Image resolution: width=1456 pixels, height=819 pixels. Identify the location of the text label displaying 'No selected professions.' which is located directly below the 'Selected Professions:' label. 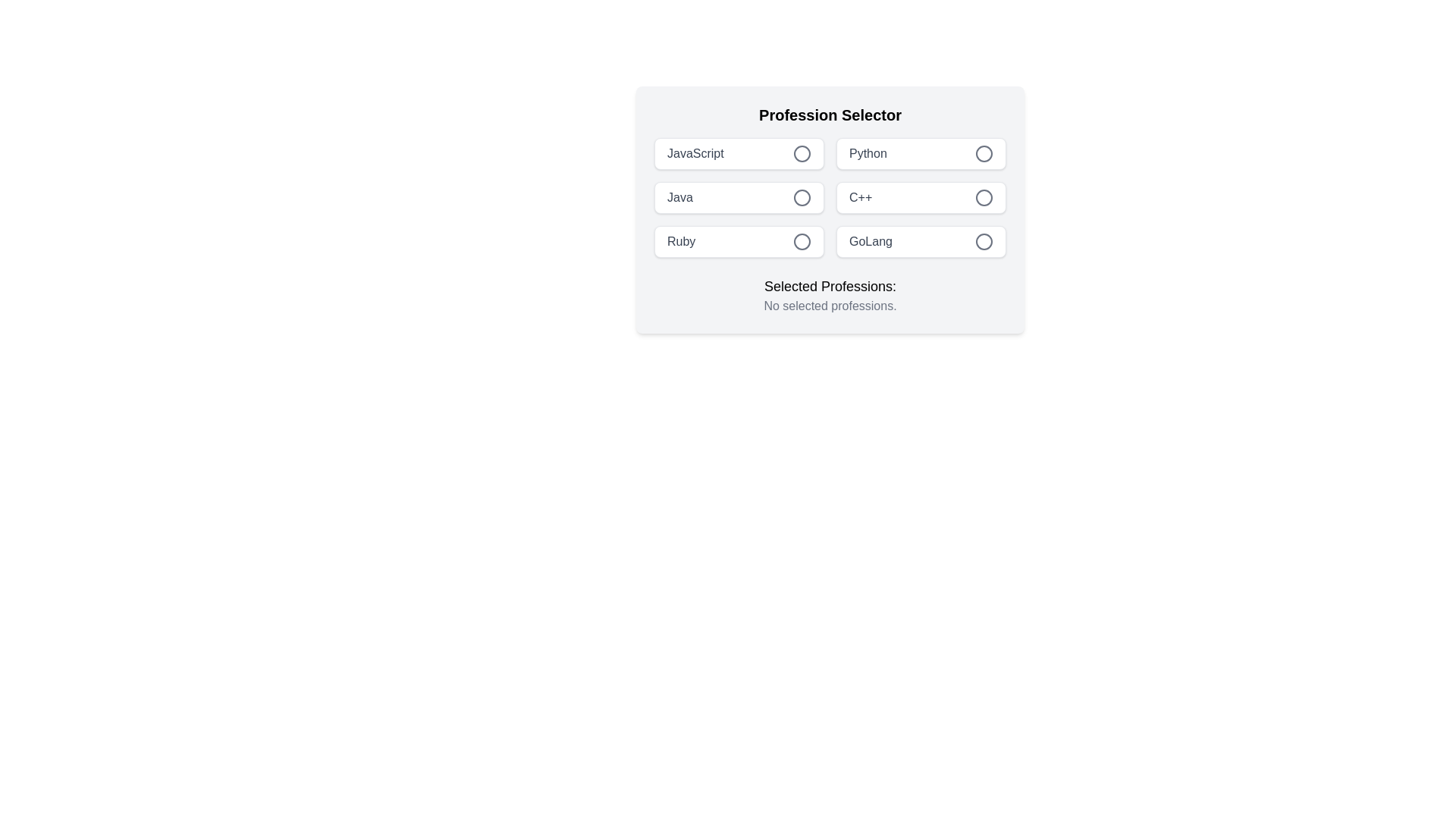
(829, 306).